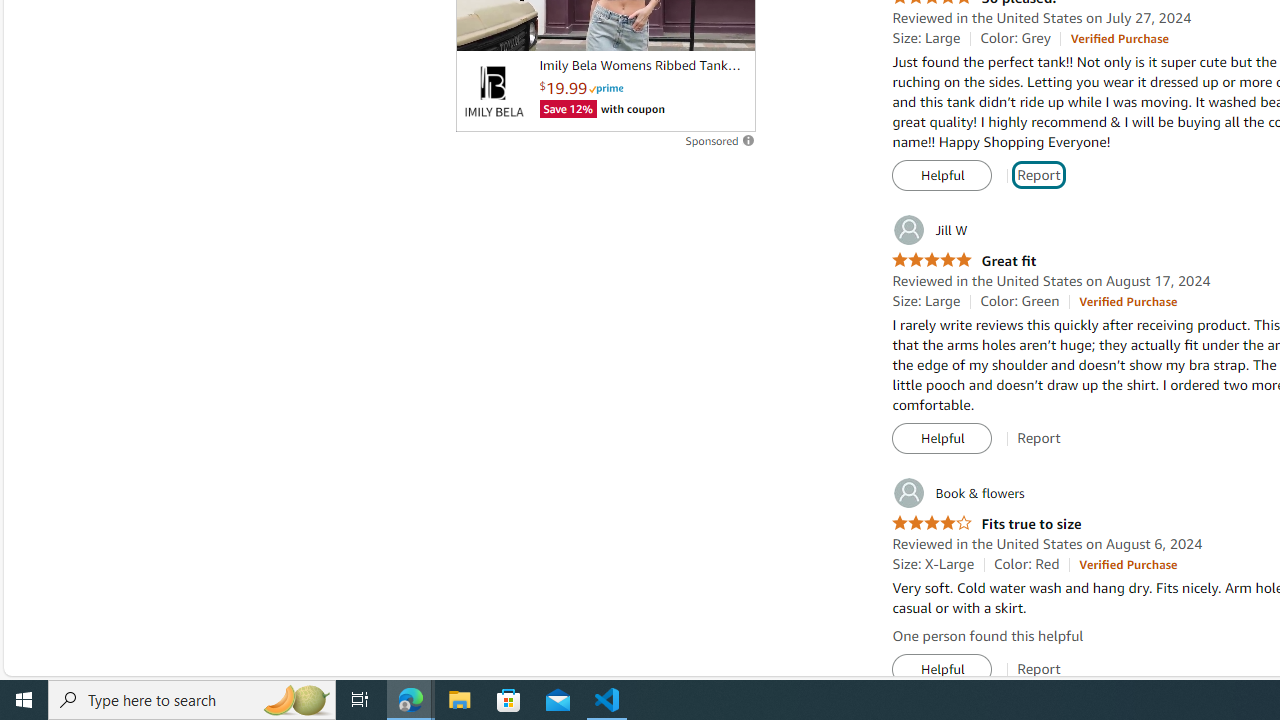 The image size is (1280, 720). I want to click on 'Prime', so click(605, 87).